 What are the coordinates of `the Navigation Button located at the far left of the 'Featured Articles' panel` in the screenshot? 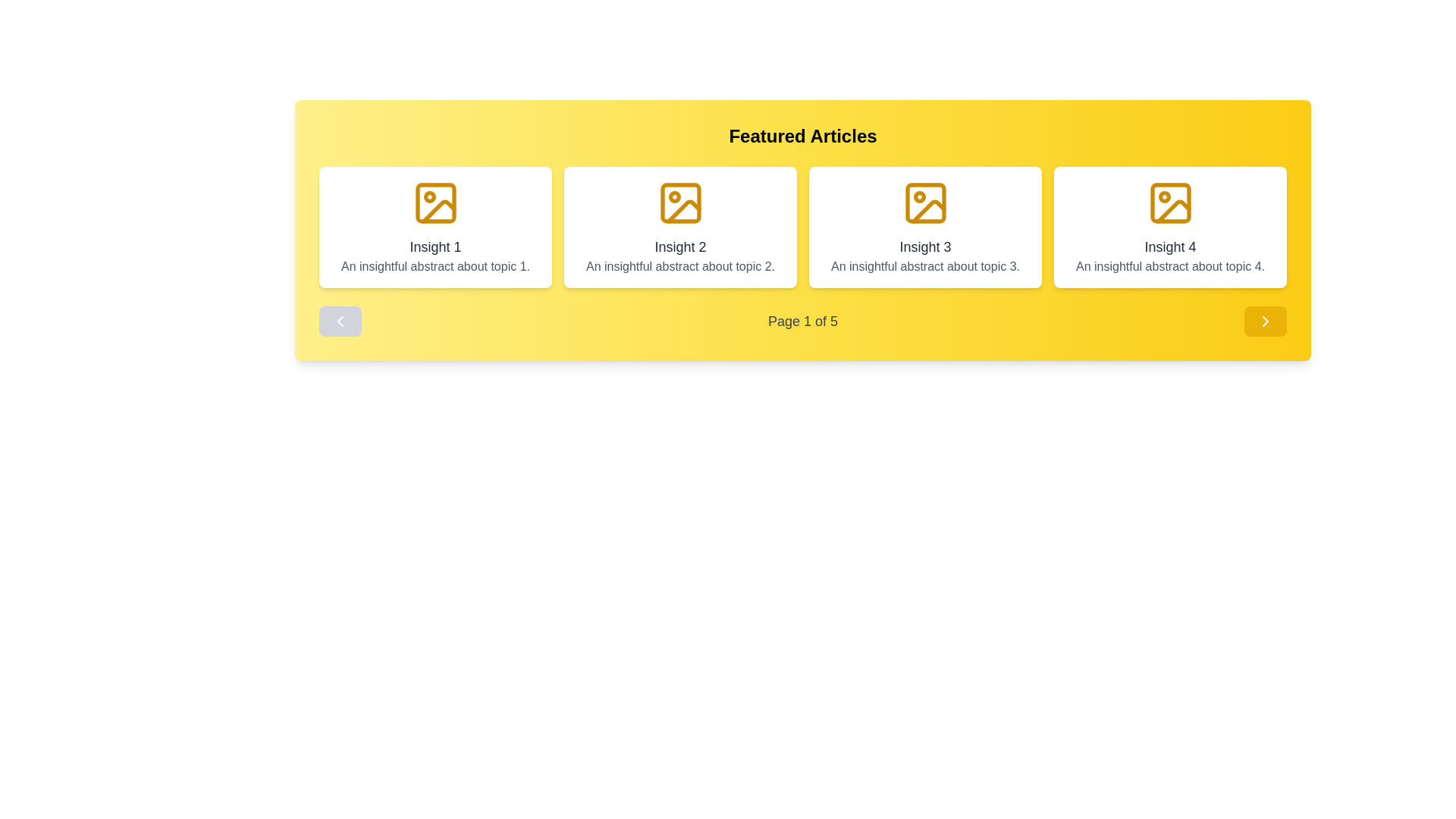 It's located at (340, 321).